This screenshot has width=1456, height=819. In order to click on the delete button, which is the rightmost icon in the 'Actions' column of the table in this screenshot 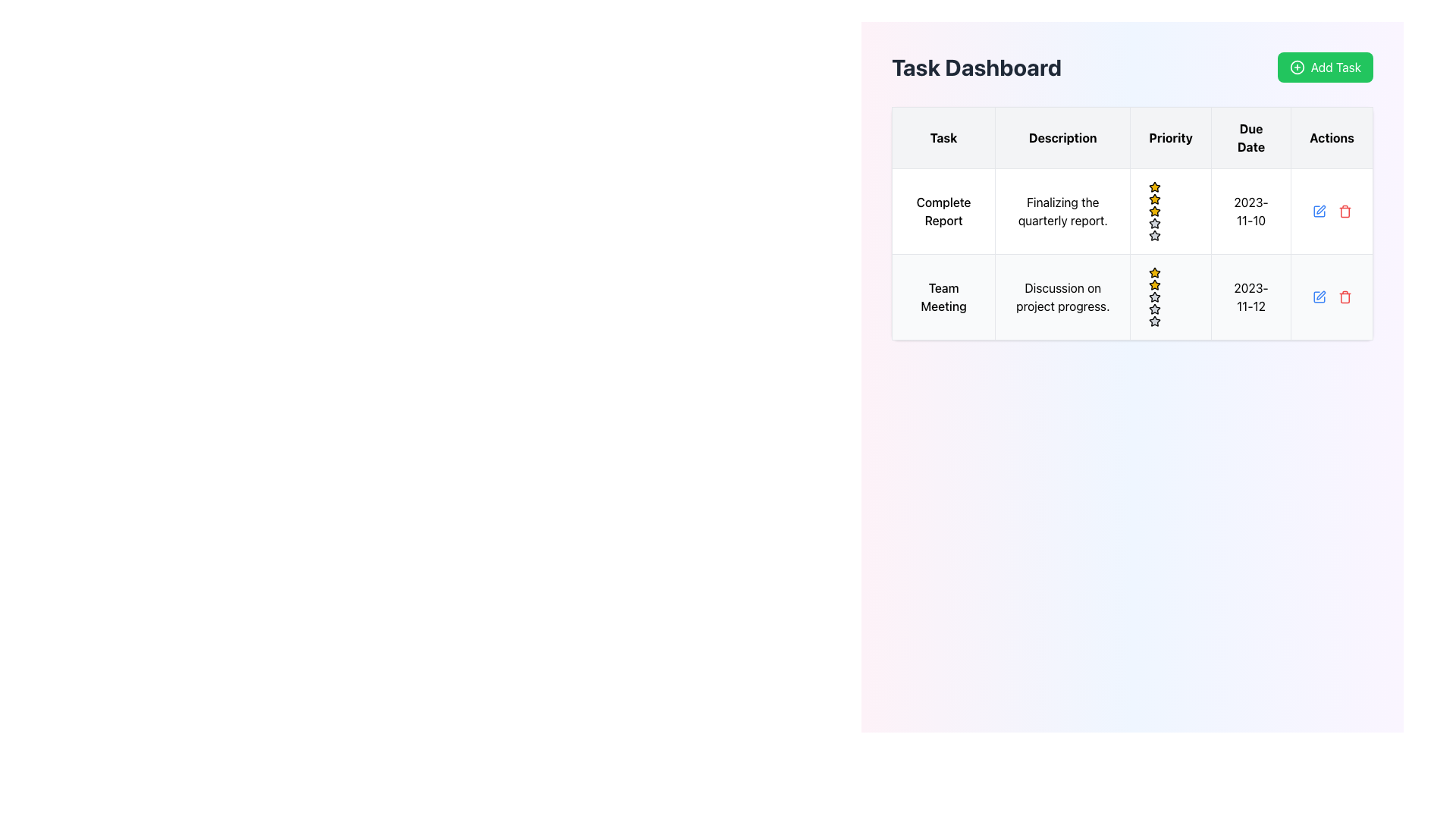, I will do `click(1345, 211)`.